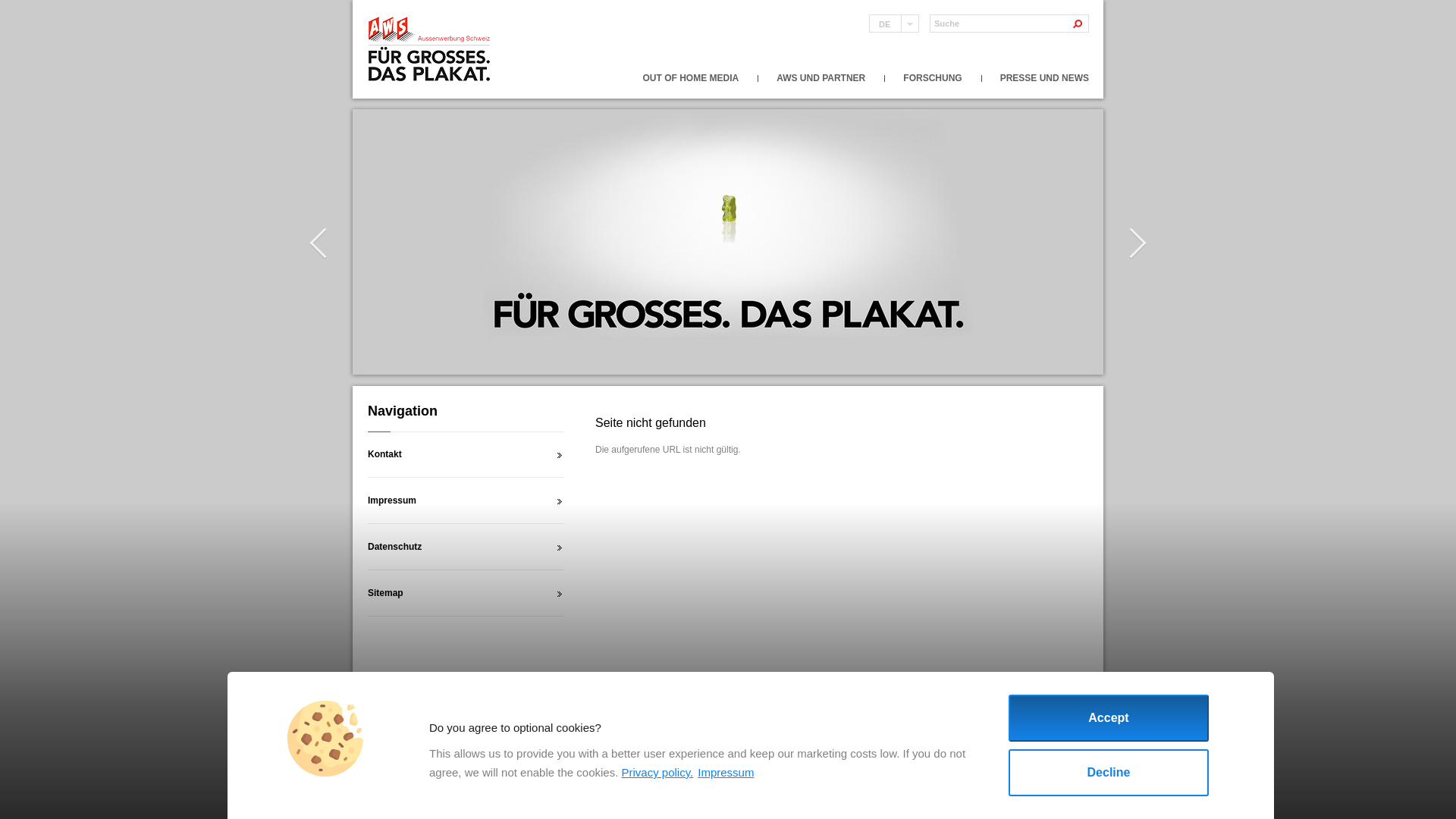 The height and width of the screenshot is (819, 1456). I want to click on 'Aussenwerbung Schweiz fur grosses das plakat', so click(429, 49).